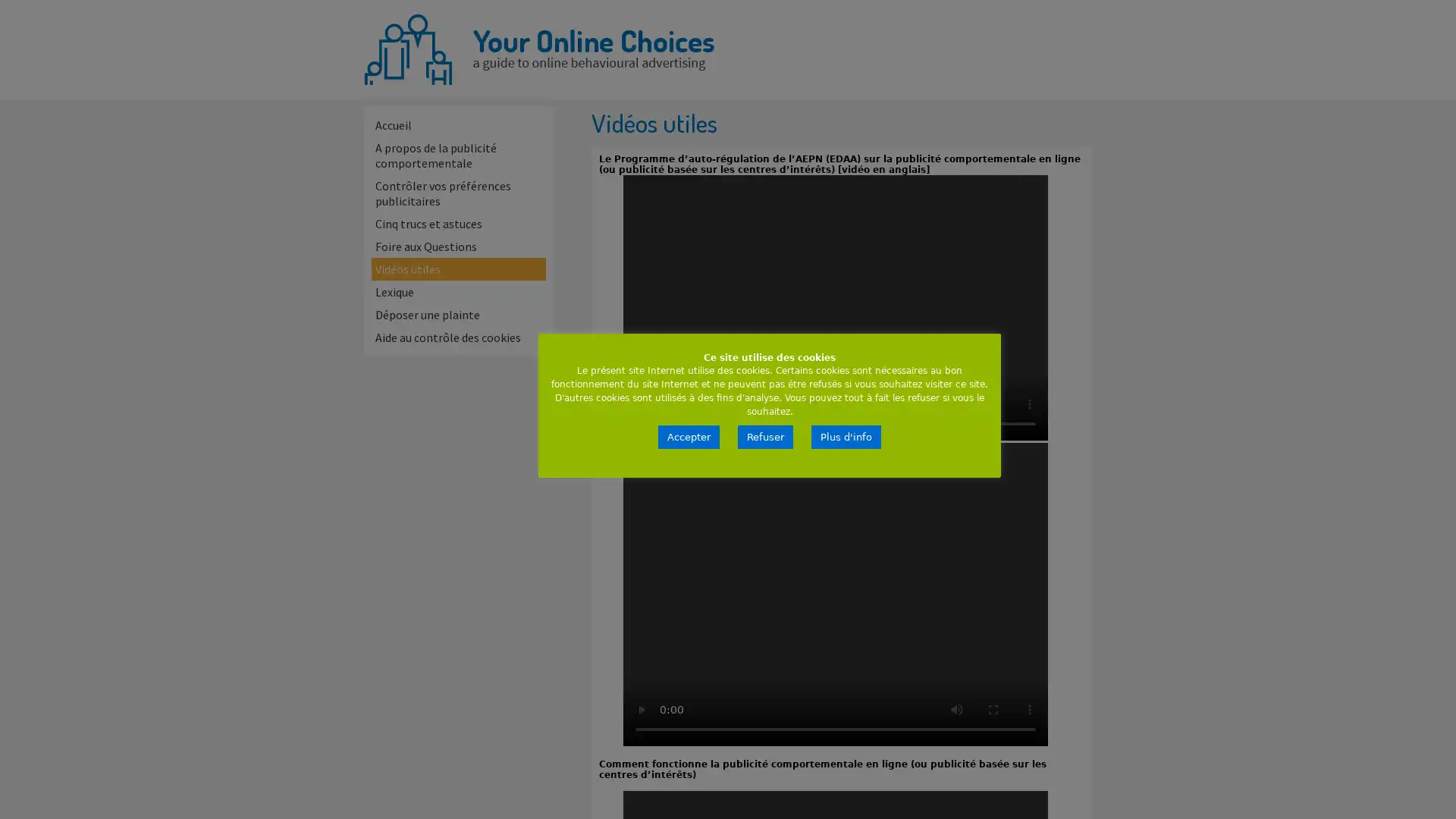 The width and height of the screenshot is (1456, 819). Describe the element at coordinates (688, 437) in the screenshot. I see `Accepter` at that location.